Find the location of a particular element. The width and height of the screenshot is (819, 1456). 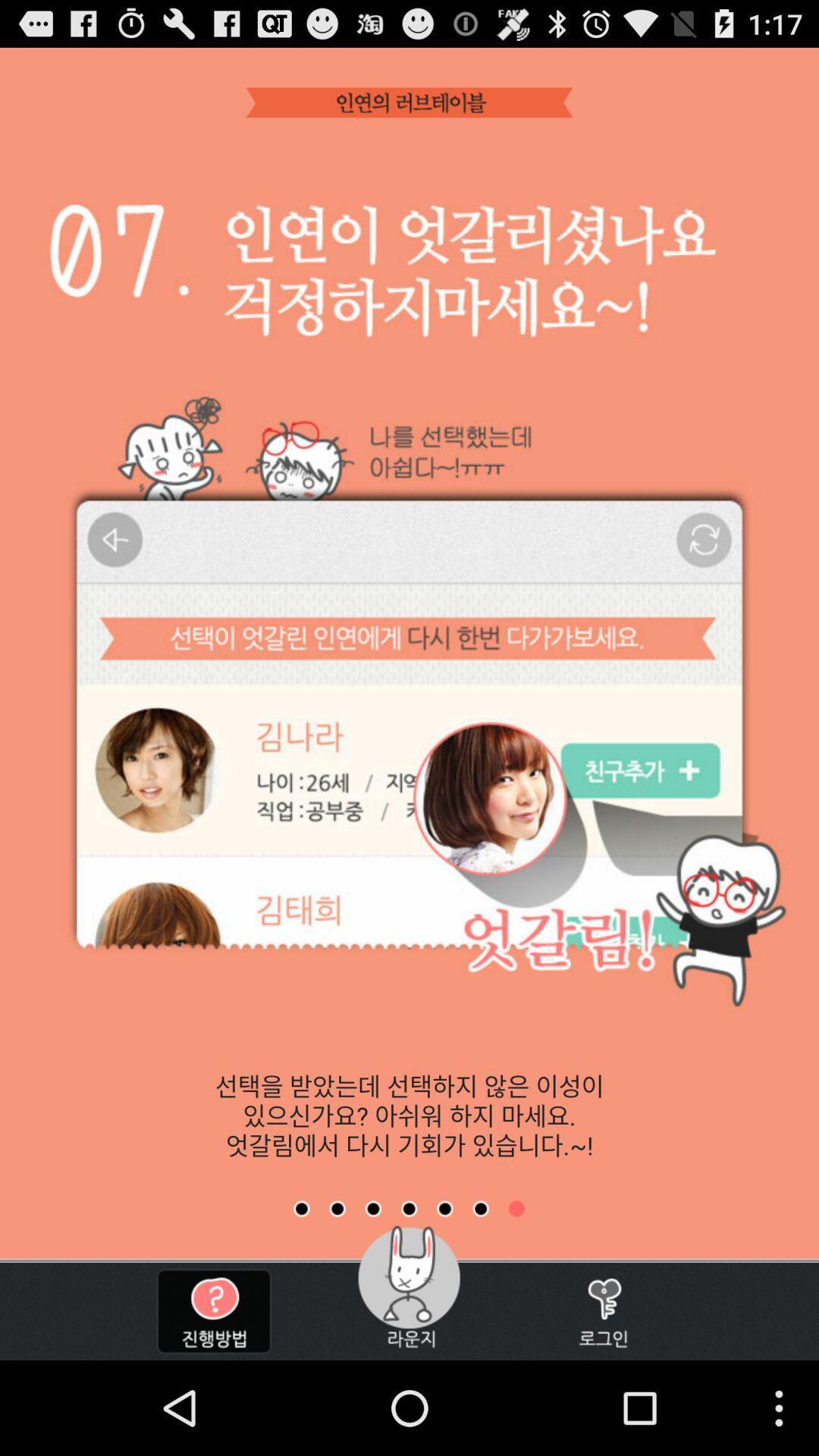

previous is located at coordinates (481, 1208).